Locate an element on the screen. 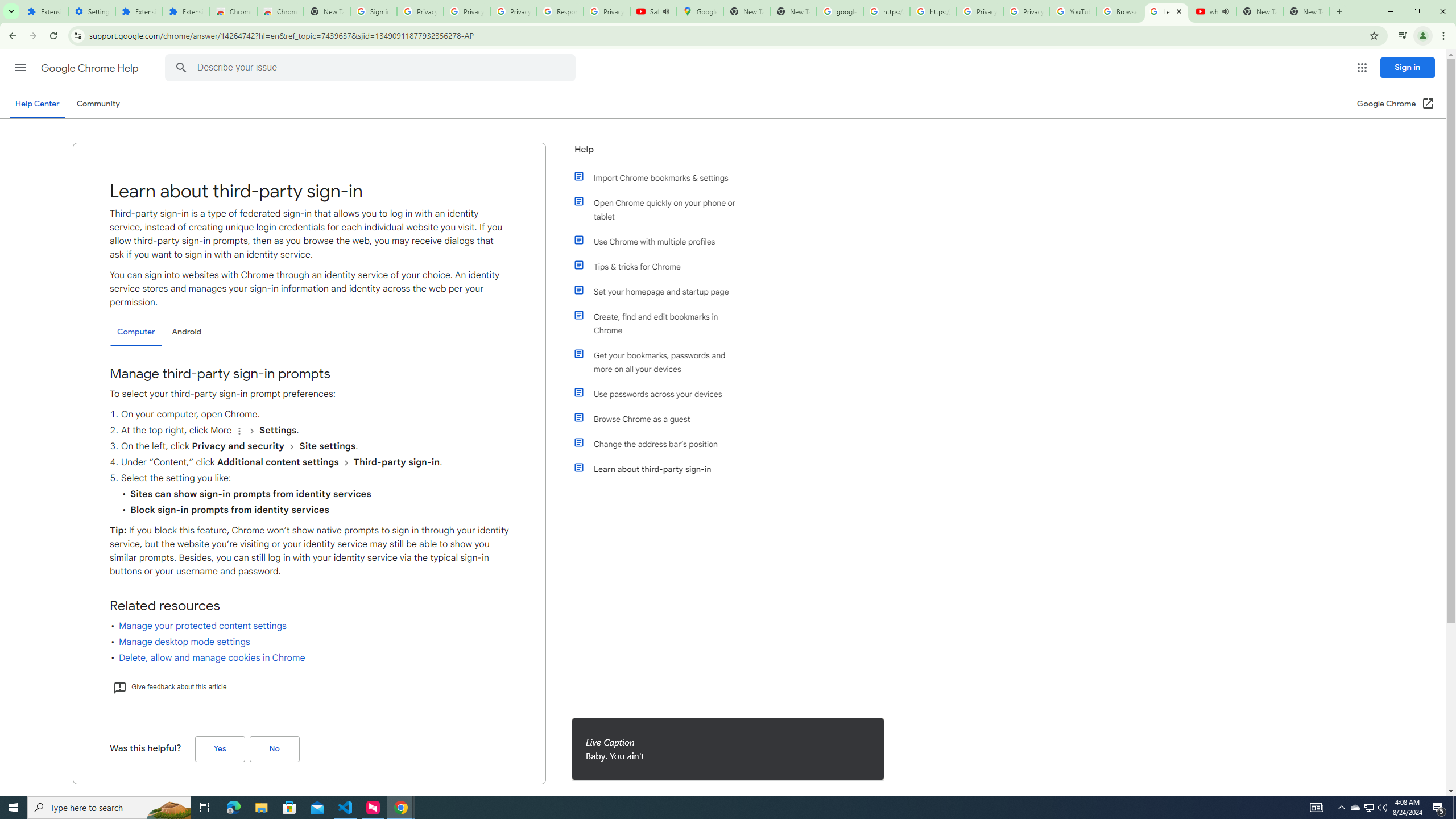 The height and width of the screenshot is (819, 1456). 'Tips & tricks for Chrome' is located at coordinates (661, 266).